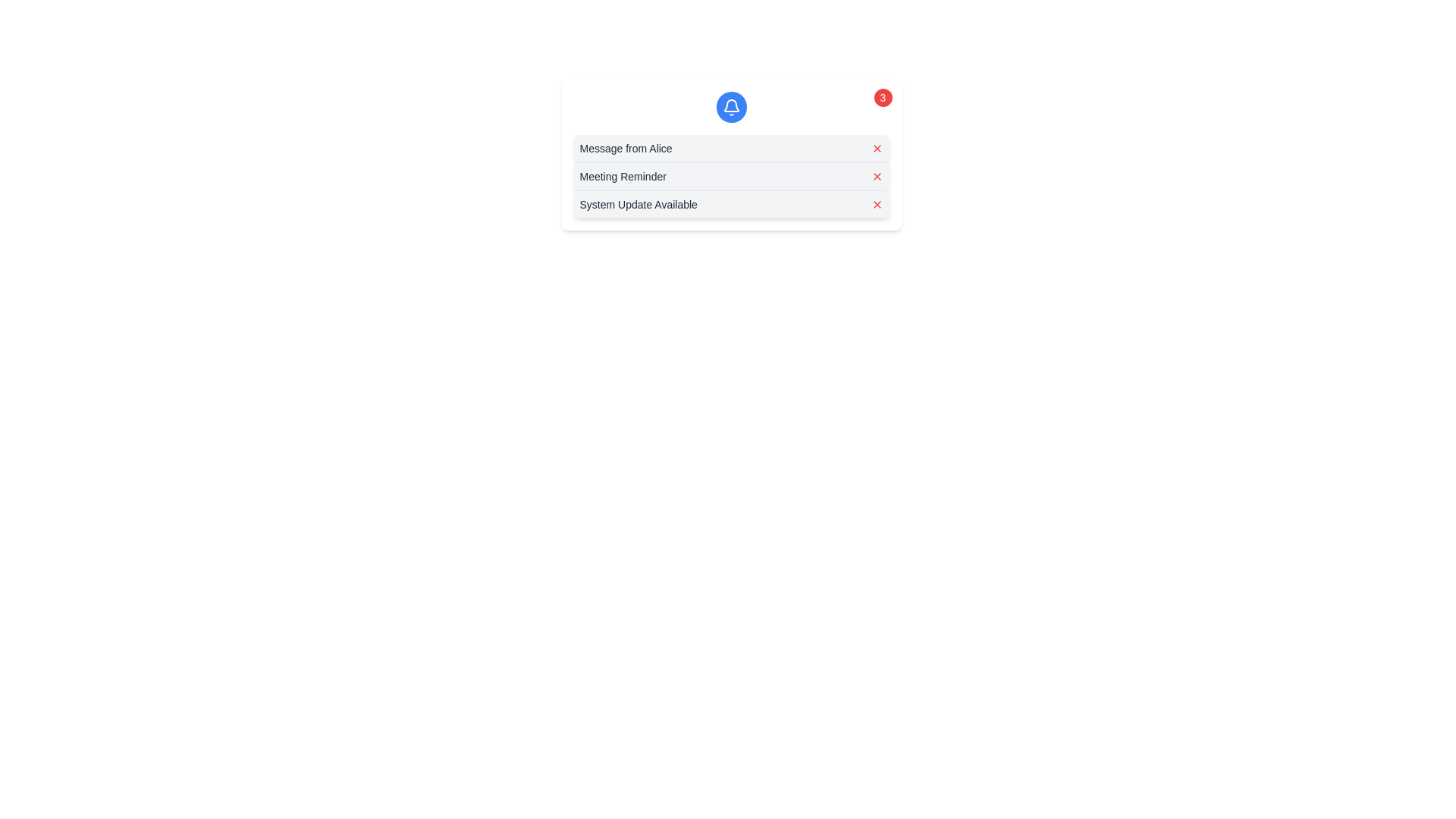 This screenshot has height=819, width=1456. What do you see at coordinates (731, 105) in the screenshot?
I see `the bell-shaped icon` at bounding box center [731, 105].